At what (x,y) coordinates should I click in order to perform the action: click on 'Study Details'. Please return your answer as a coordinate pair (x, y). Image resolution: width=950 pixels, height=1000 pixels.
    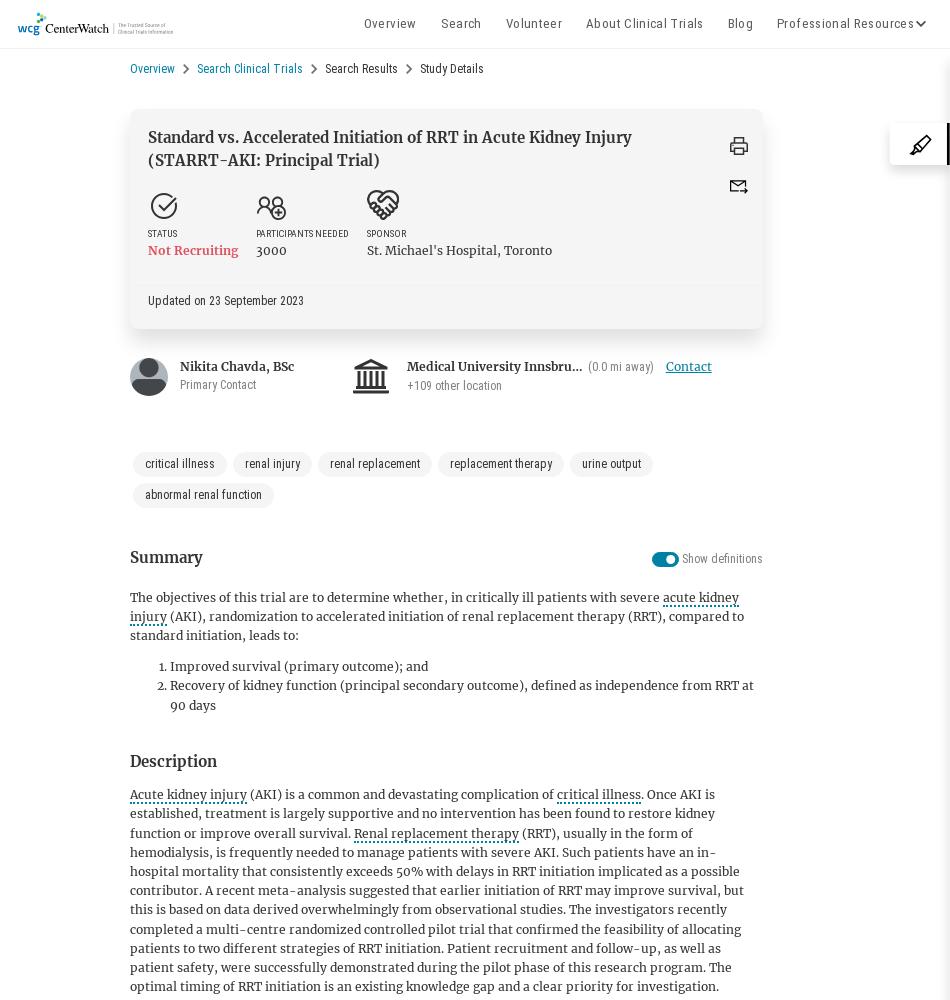
    Looking at the image, I should click on (451, 68).